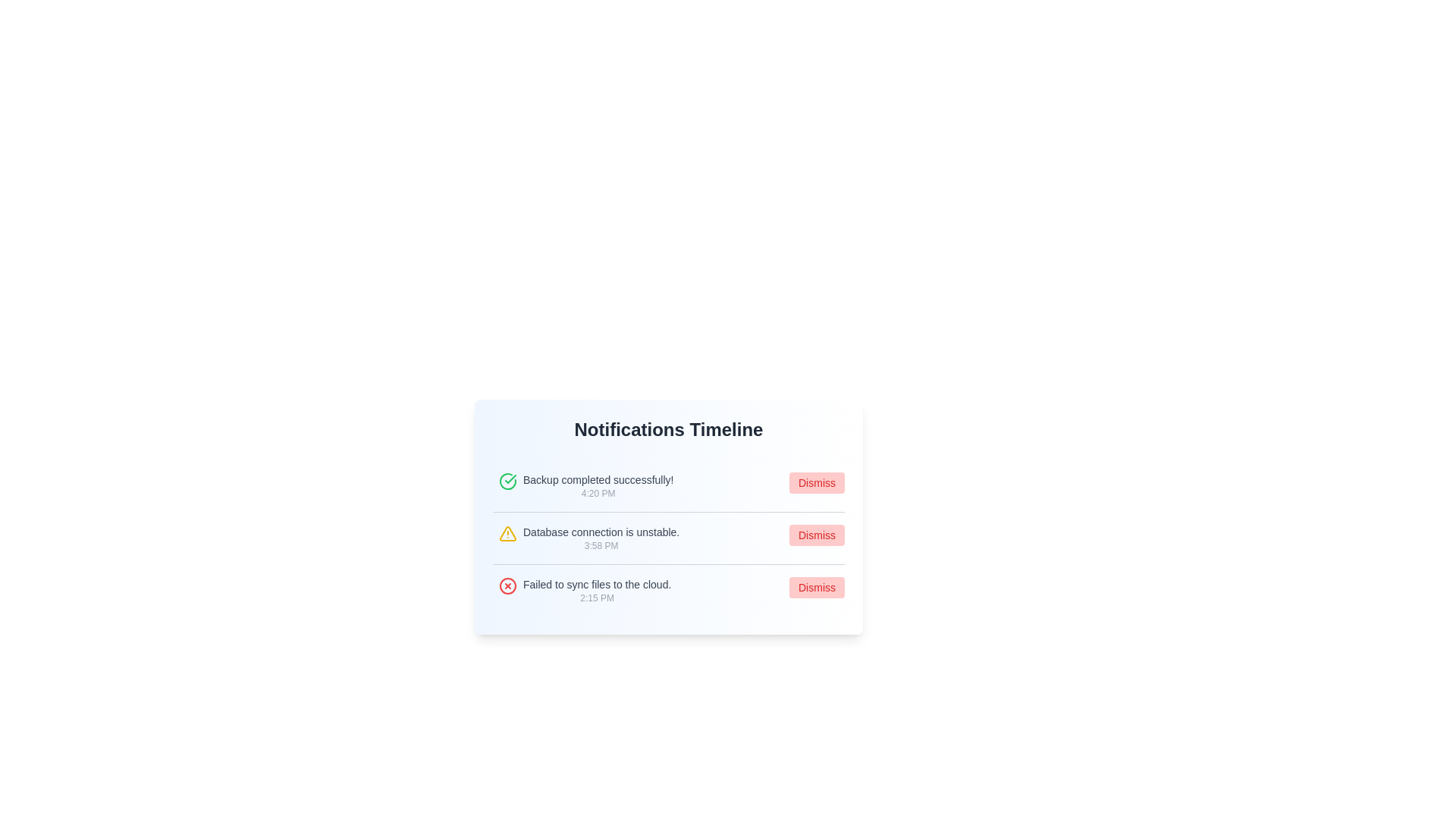 Image resolution: width=1456 pixels, height=819 pixels. What do you see at coordinates (816, 482) in the screenshot?
I see `the dismiss button located in the topmost notification row of the 'Notifications Timeline', positioned to the far right adjacent to the message 'Backup completed successfully!'` at bounding box center [816, 482].